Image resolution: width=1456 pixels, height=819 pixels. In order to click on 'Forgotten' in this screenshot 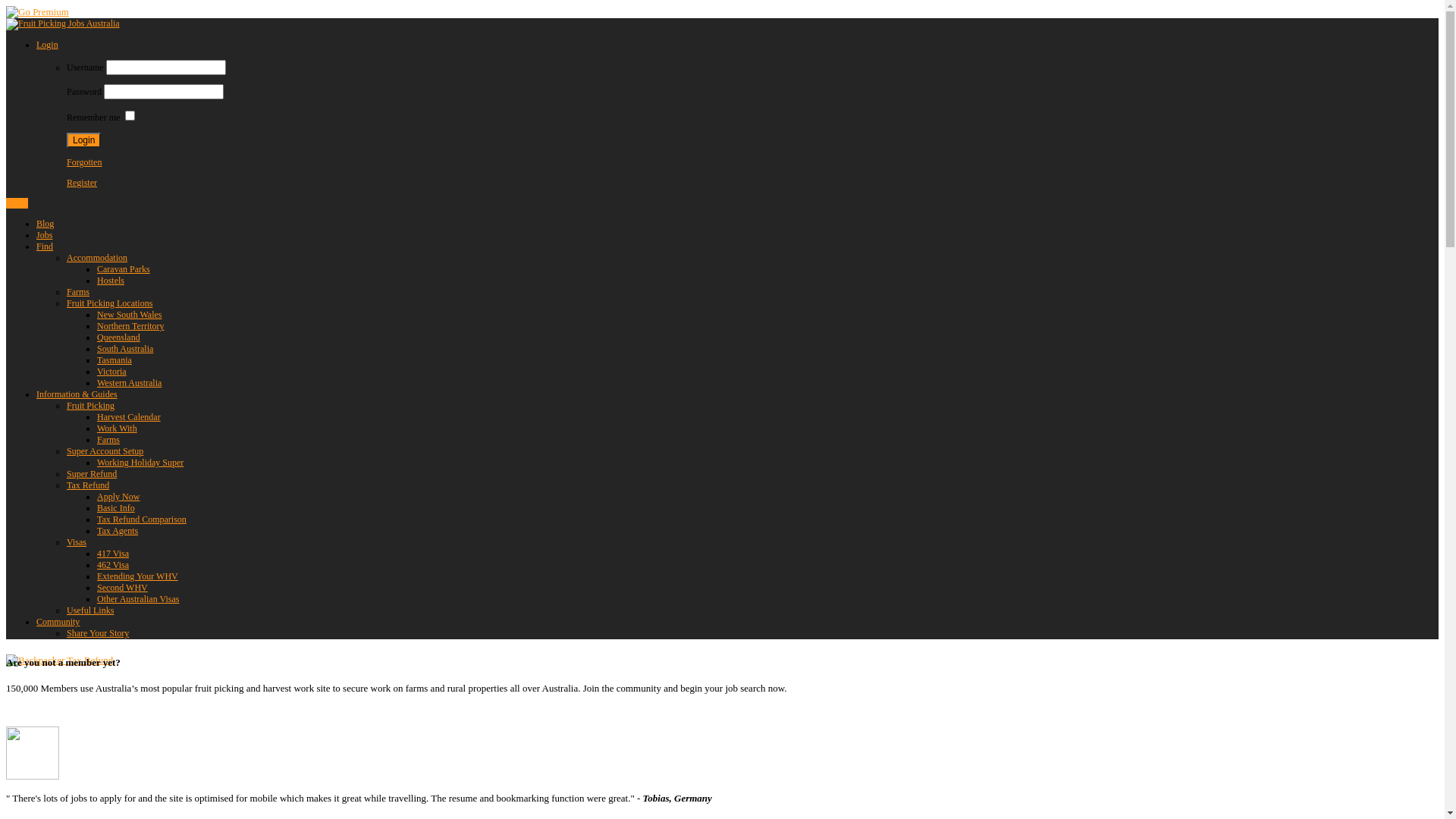, I will do `click(65, 162)`.